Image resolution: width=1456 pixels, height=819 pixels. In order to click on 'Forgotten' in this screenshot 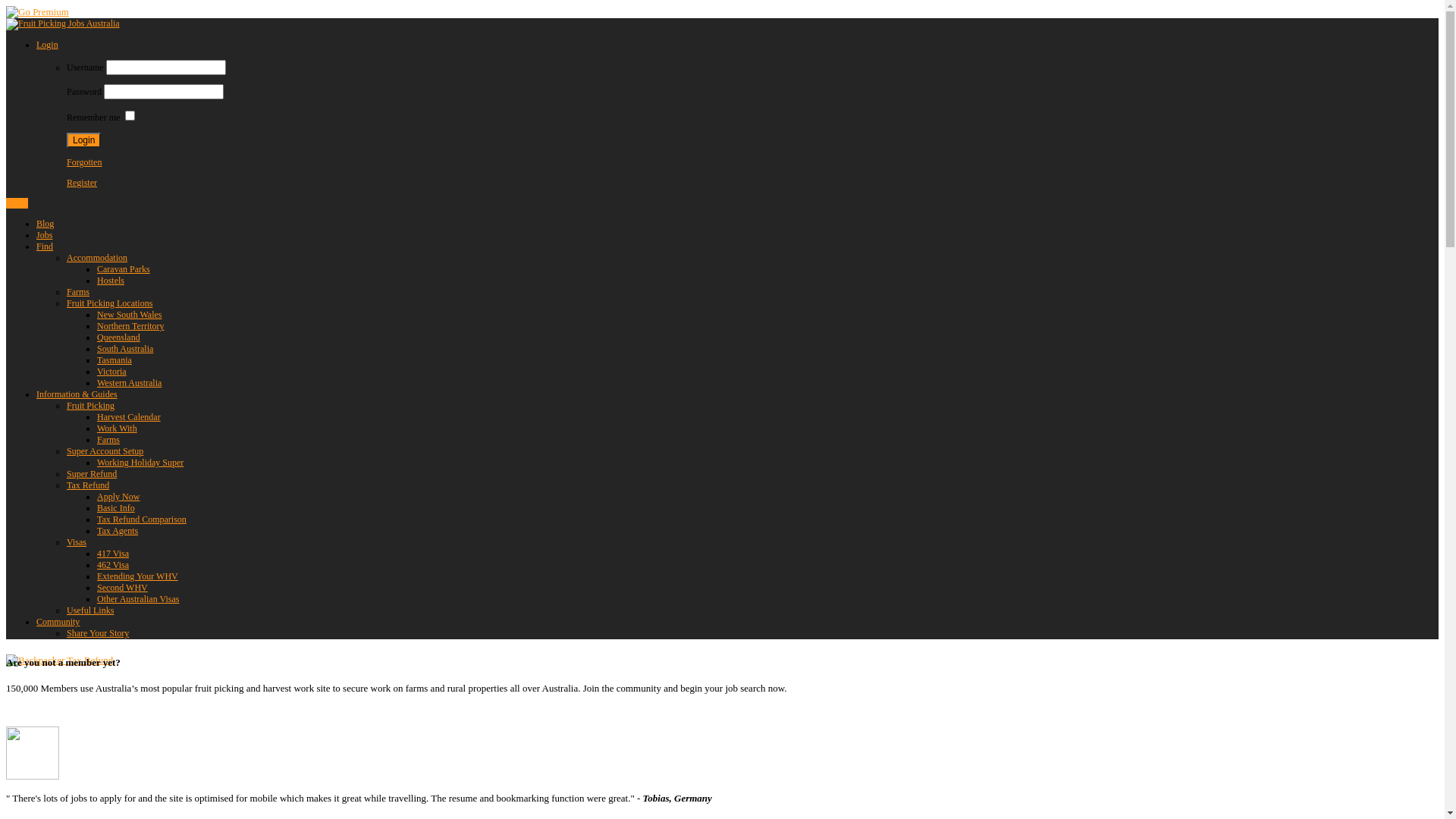, I will do `click(65, 162)`.